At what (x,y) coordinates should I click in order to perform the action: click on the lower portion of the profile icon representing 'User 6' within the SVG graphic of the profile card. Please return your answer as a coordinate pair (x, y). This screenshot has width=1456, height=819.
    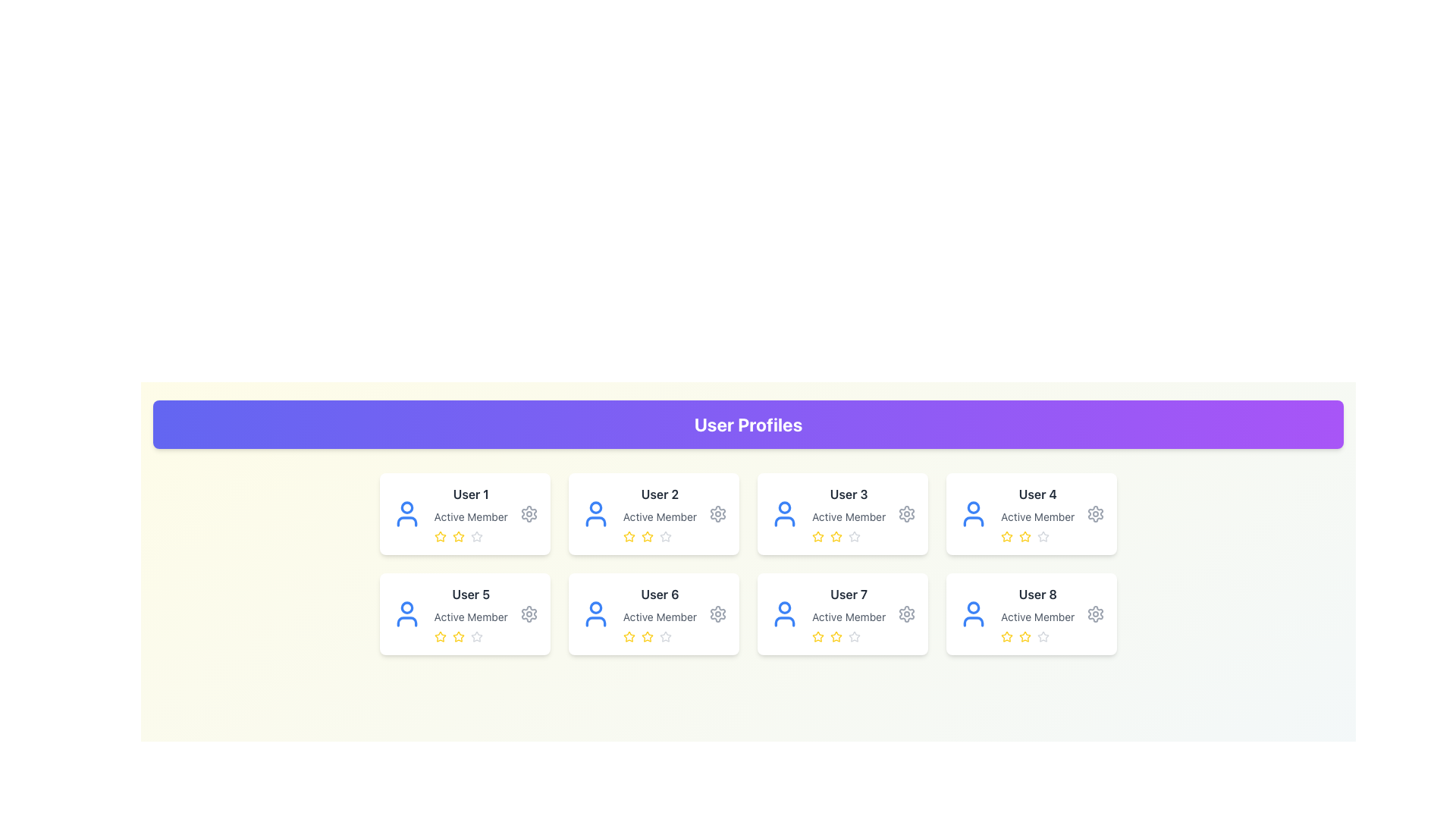
    Looking at the image, I should click on (595, 622).